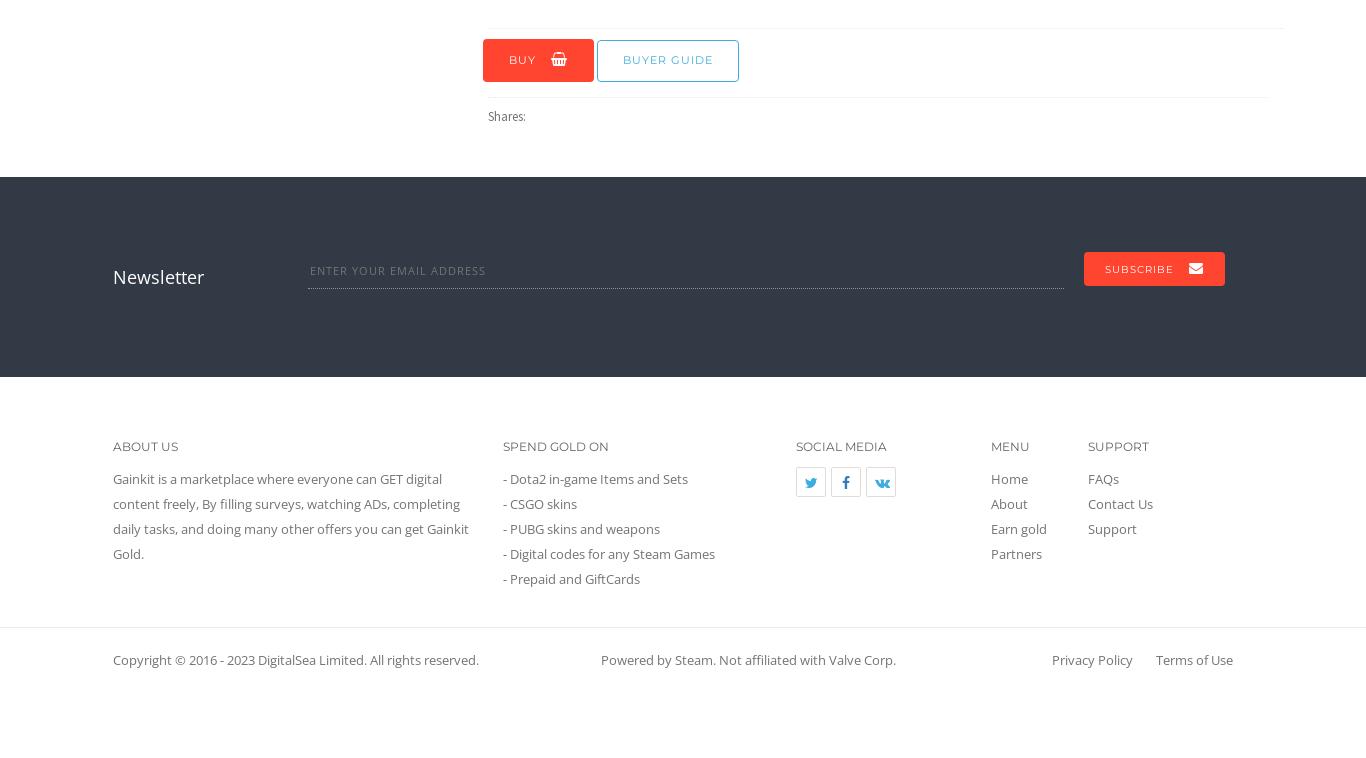 This screenshot has width=1366, height=758. I want to click on 'Social Media', so click(839, 444).